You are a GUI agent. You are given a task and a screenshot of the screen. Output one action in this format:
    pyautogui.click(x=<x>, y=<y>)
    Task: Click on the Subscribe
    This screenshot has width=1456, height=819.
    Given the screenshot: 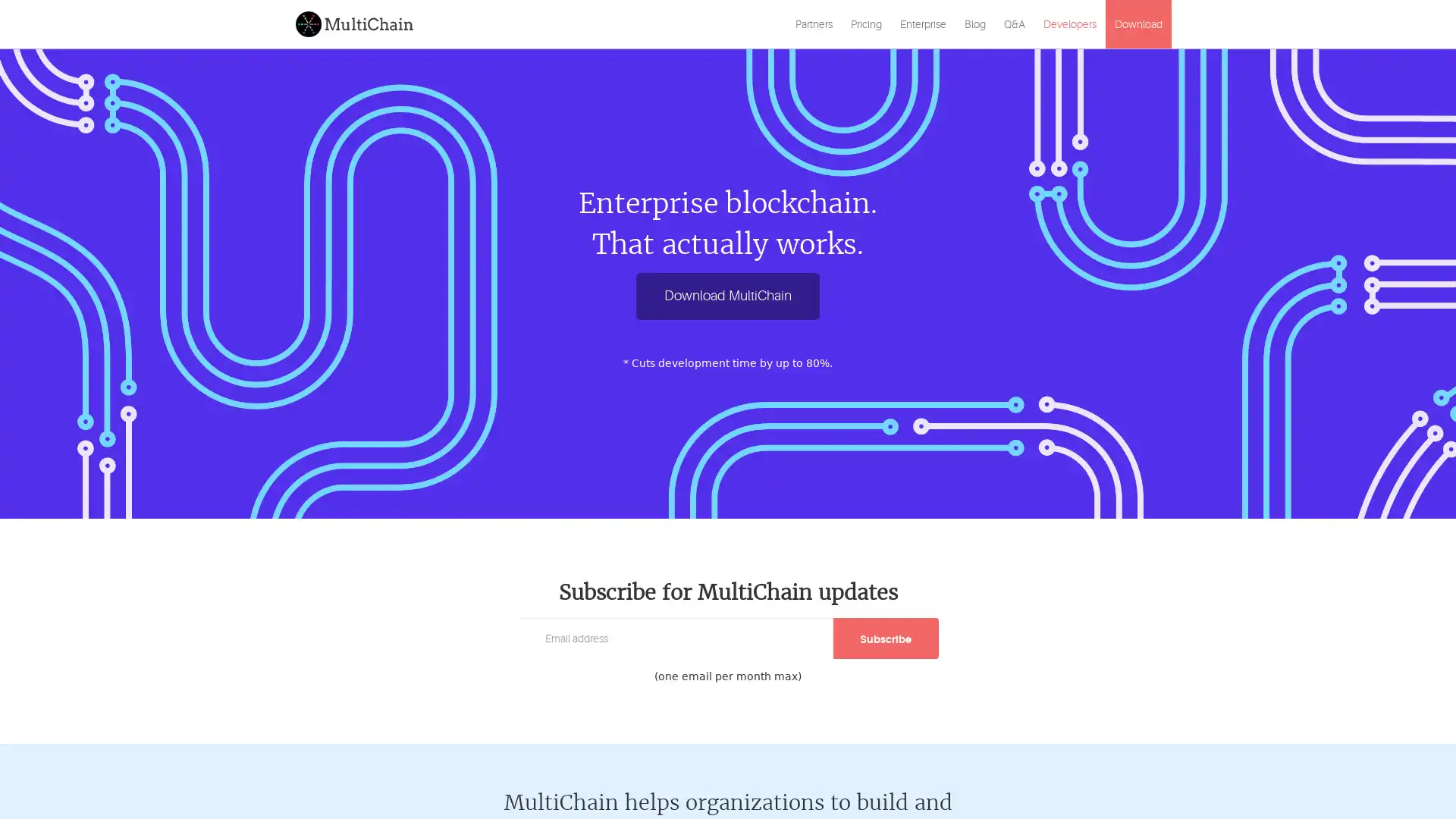 What is the action you would take?
    pyautogui.click(x=885, y=637)
    